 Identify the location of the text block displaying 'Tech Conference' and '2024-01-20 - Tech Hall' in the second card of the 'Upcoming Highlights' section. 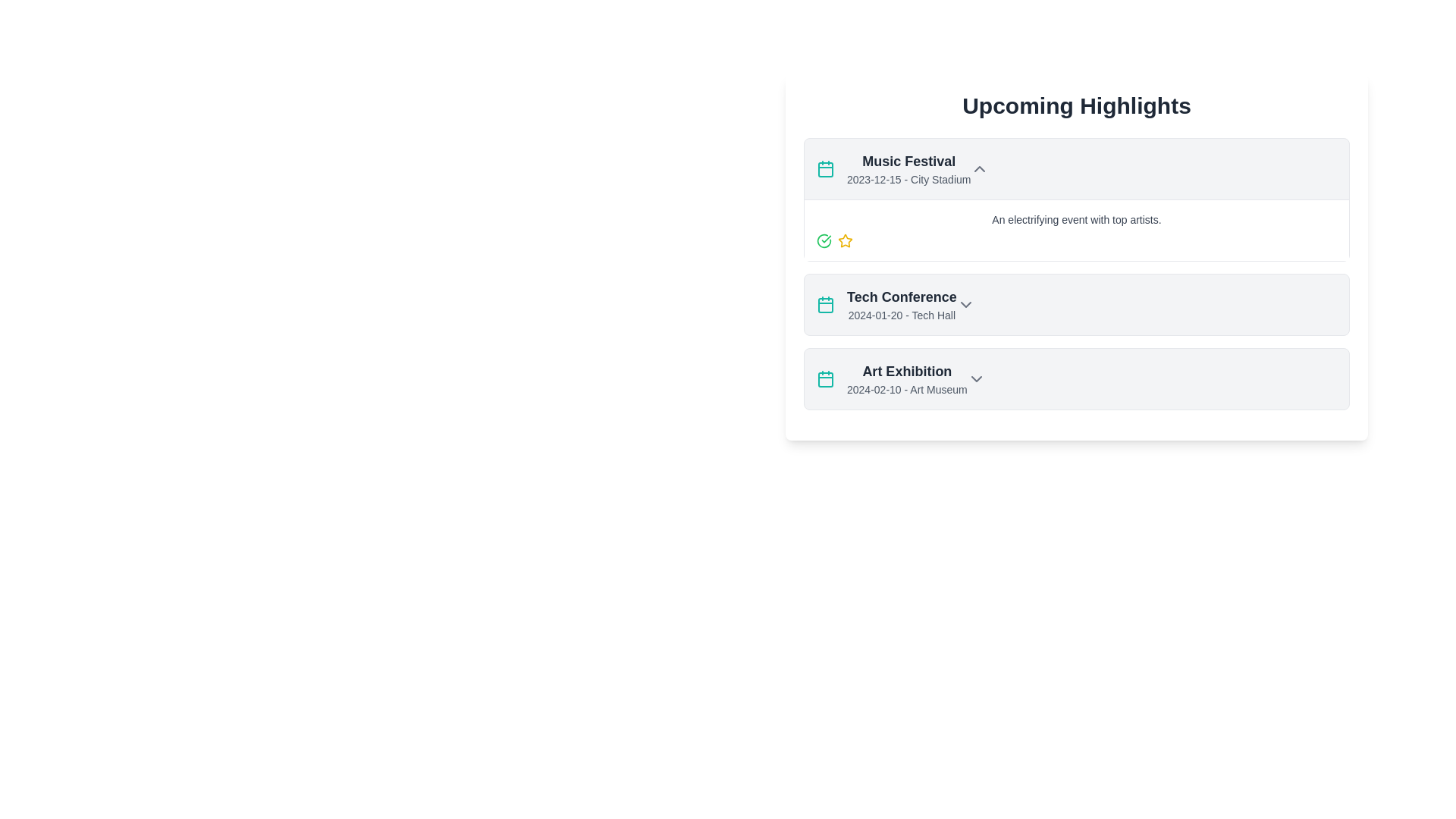
(902, 304).